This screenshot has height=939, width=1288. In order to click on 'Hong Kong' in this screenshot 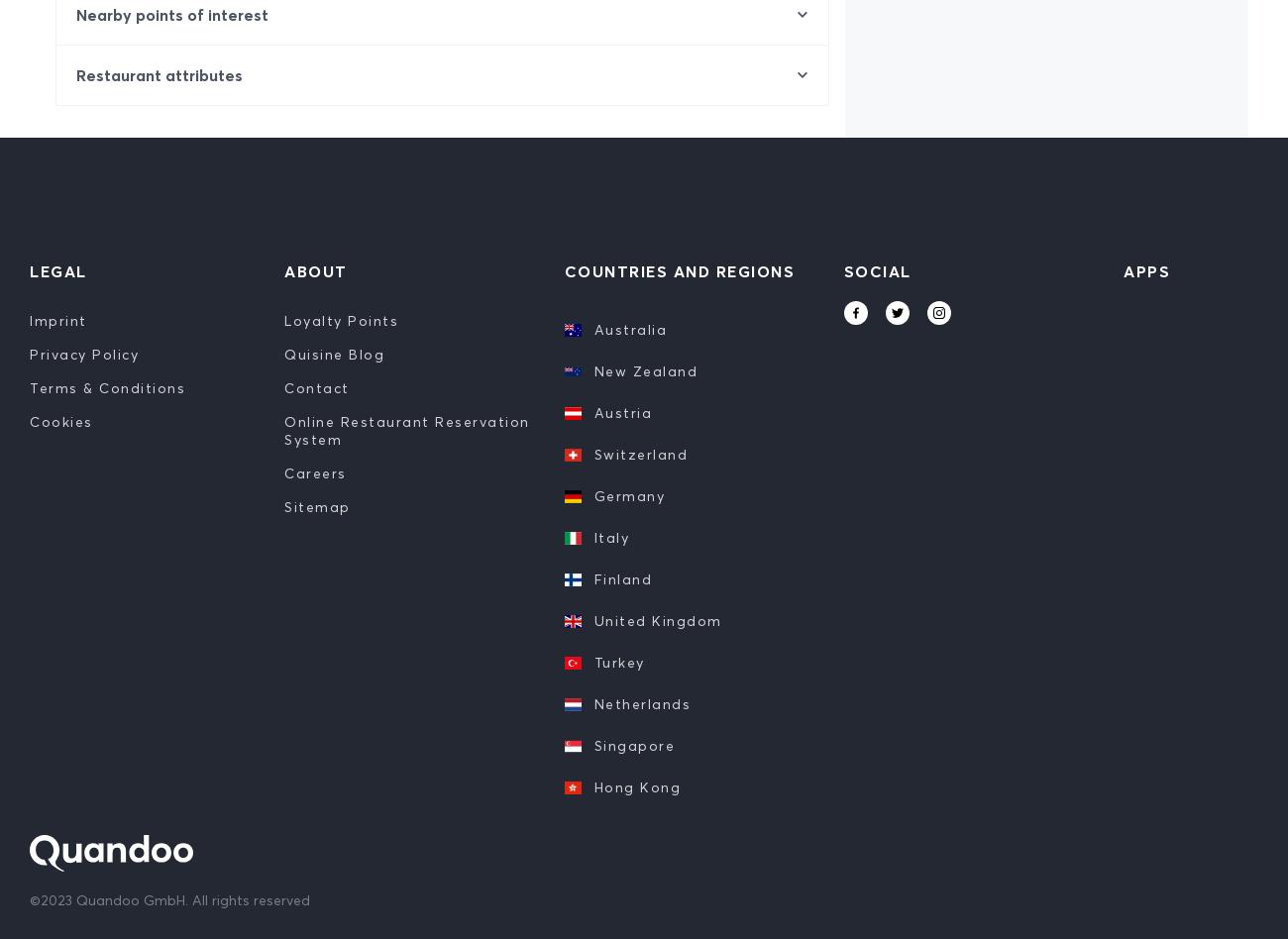, I will do `click(636, 786)`.